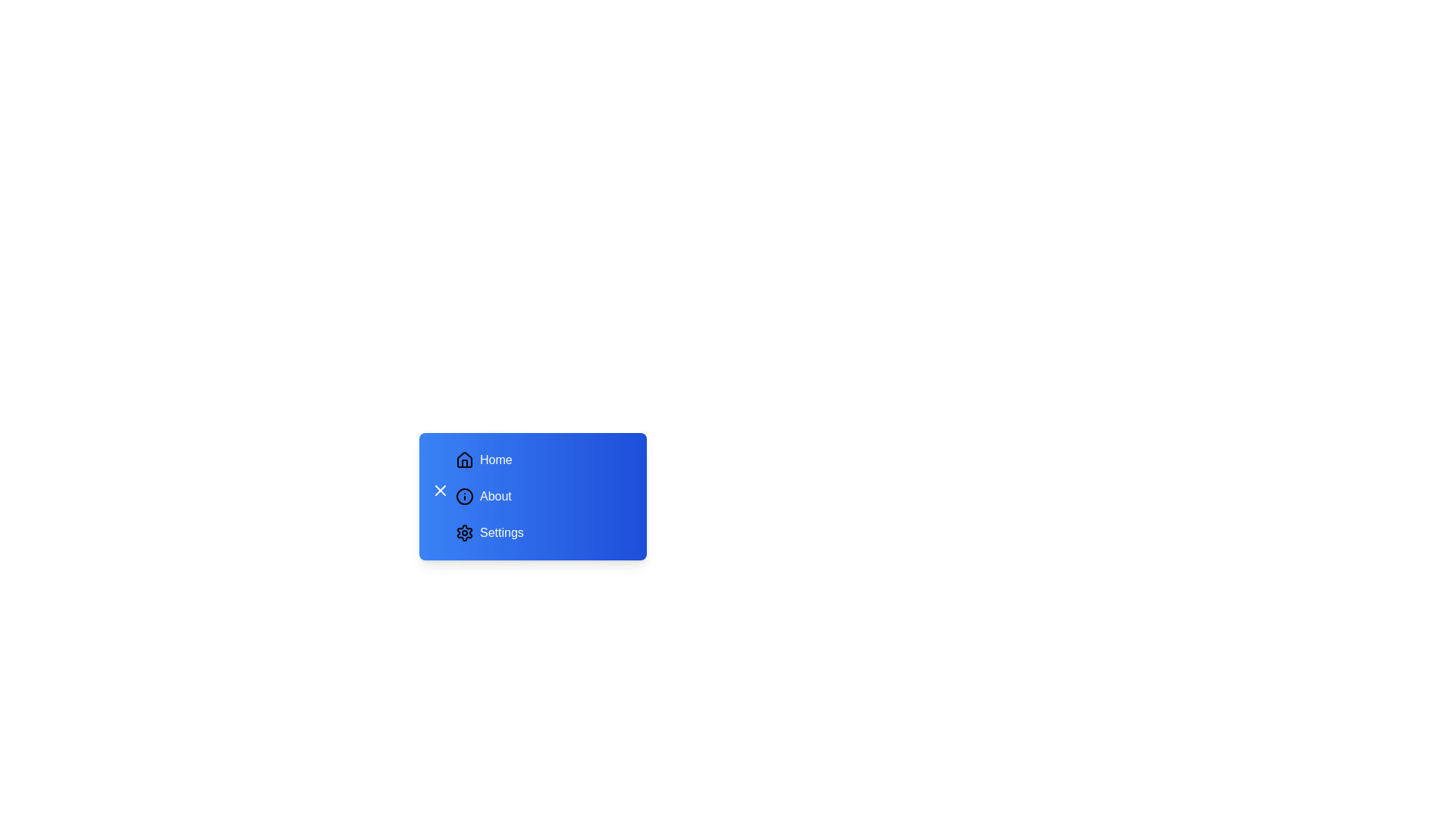  Describe the element at coordinates (542, 497) in the screenshot. I see `the menu item labeled About` at that location.